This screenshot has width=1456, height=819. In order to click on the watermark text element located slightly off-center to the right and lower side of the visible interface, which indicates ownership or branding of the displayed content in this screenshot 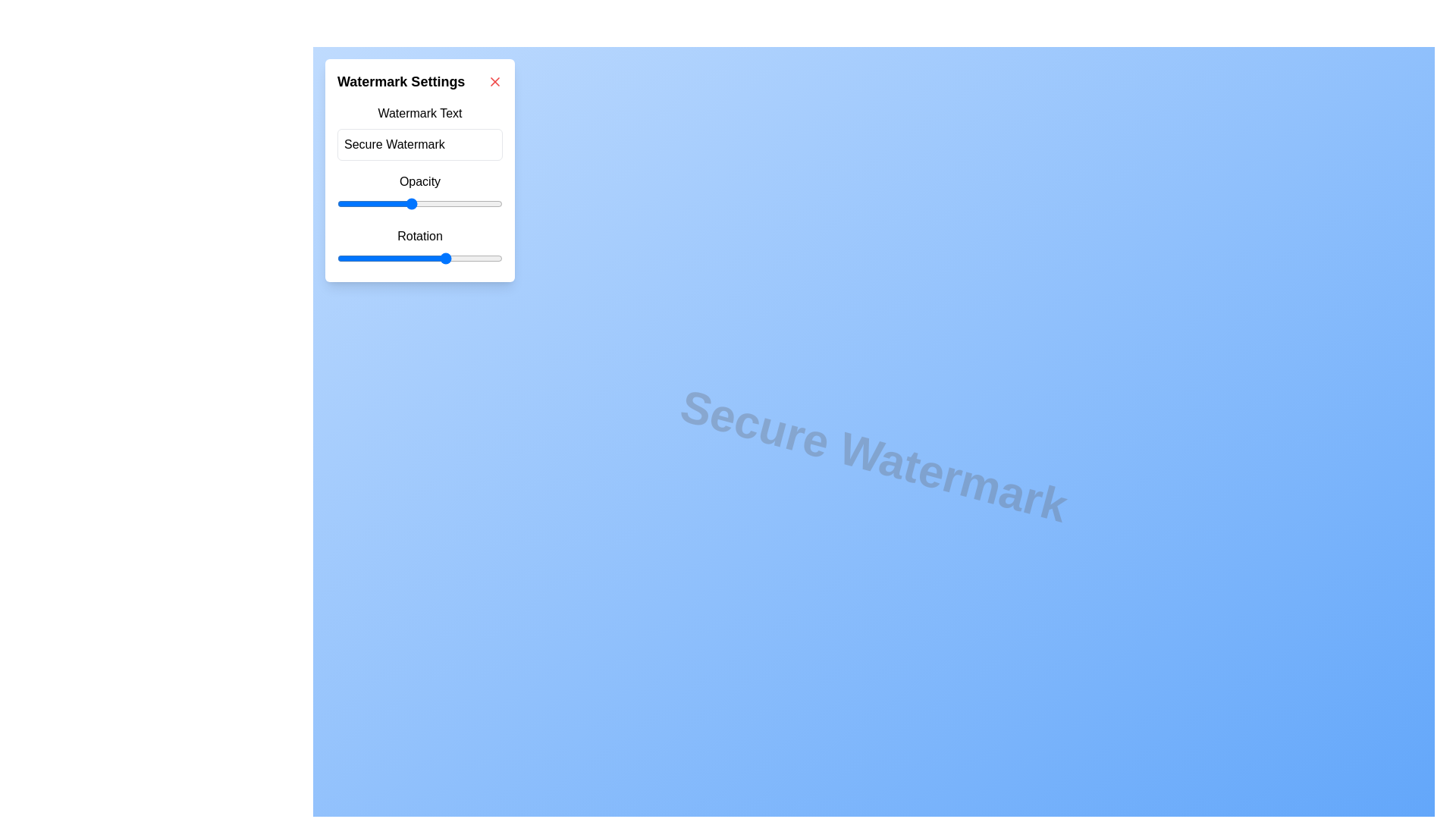, I will do `click(874, 455)`.